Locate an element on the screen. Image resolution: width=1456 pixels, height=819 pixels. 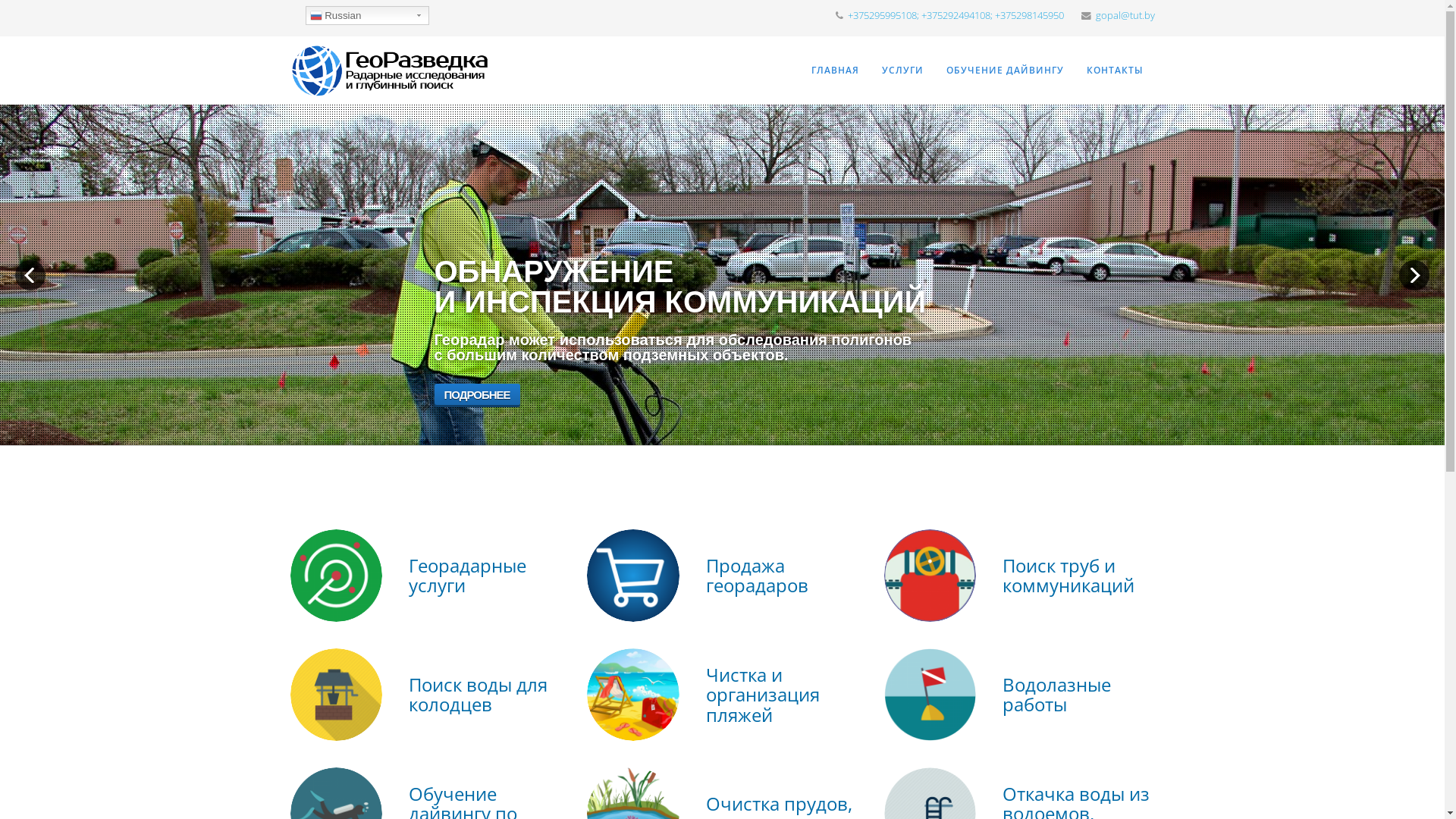
'+375295995108; +375292494108; +375298145950' is located at coordinates (955, 15).